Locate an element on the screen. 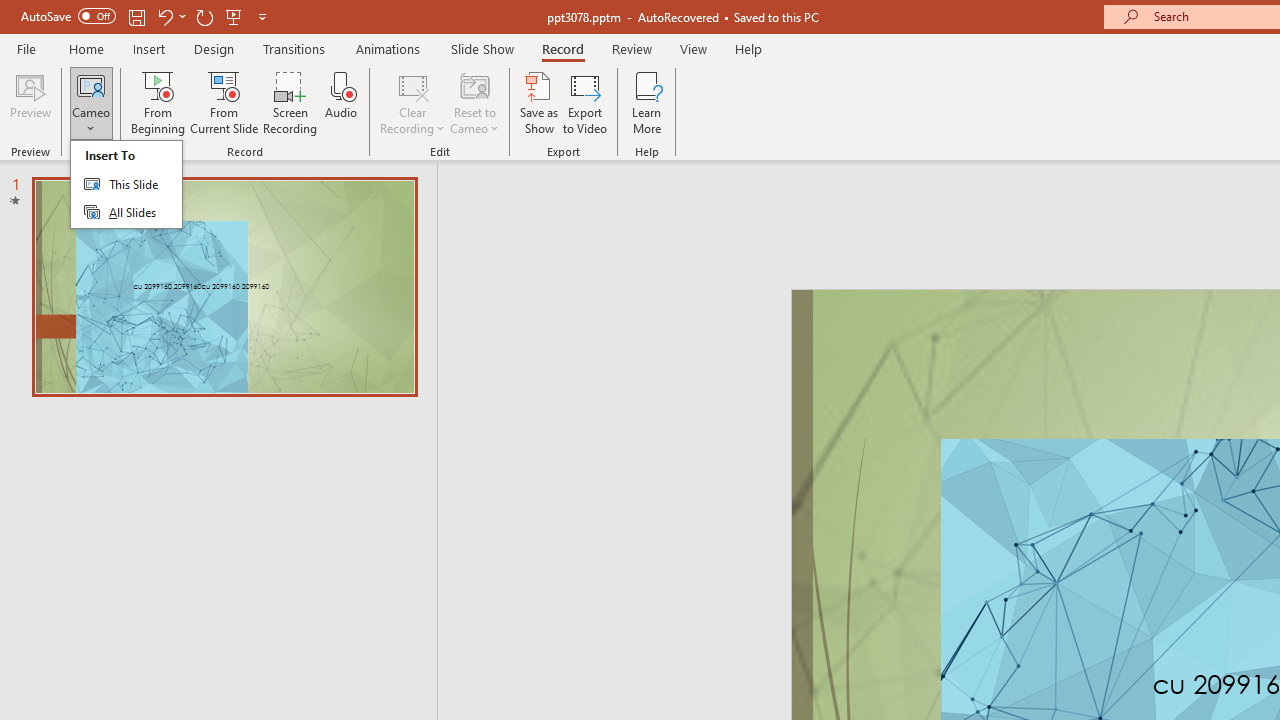 The width and height of the screenshot is (1280, 720). 'Learn More' is located at coordinates (647, 103).